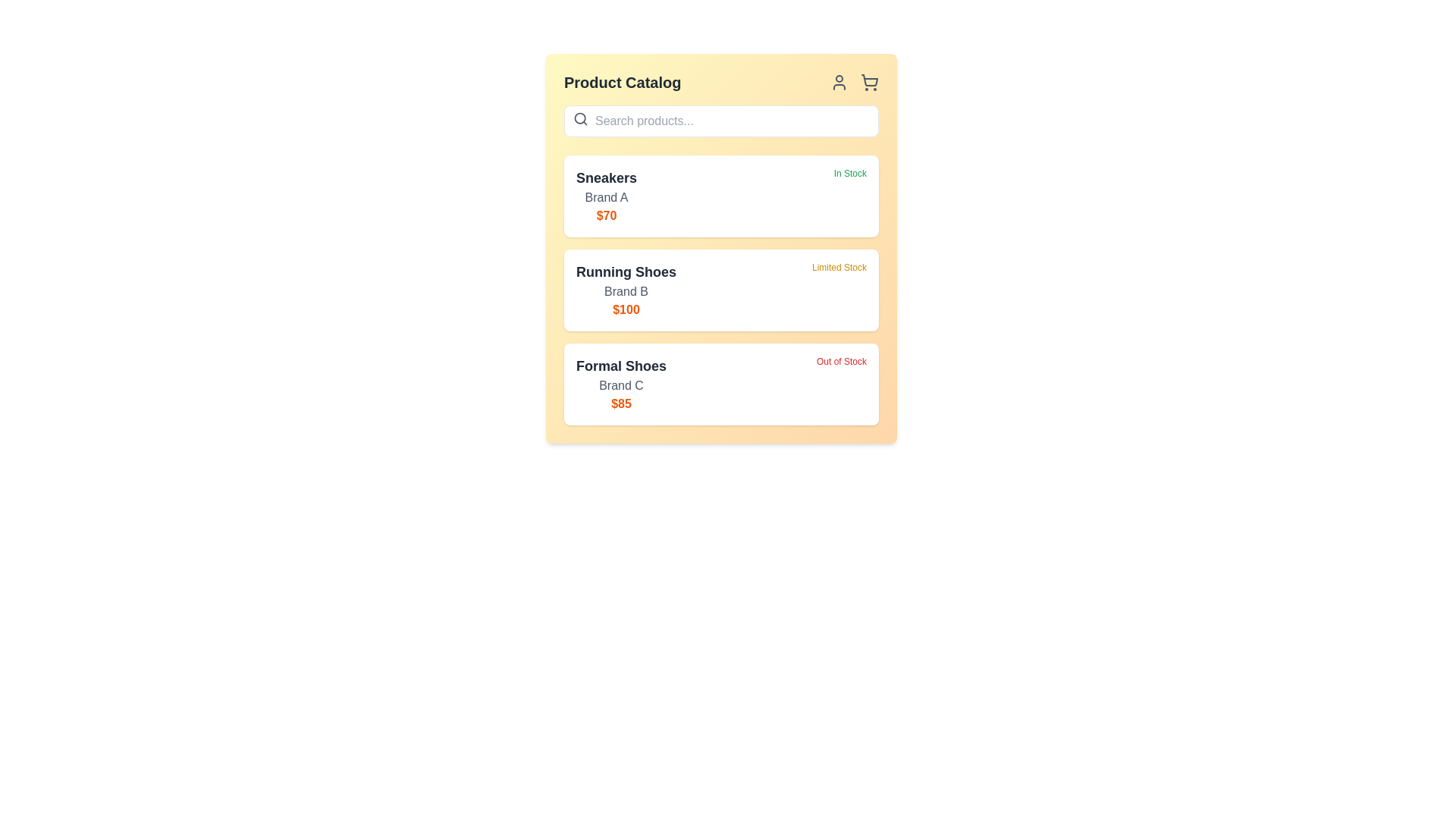 The height and width of the screenshot is (819, 1456). I want to click on the content displayed in the product details card for 'Running Shoes' by Brand B, which is located in the product listing section as the second entry, so click(626, 290).